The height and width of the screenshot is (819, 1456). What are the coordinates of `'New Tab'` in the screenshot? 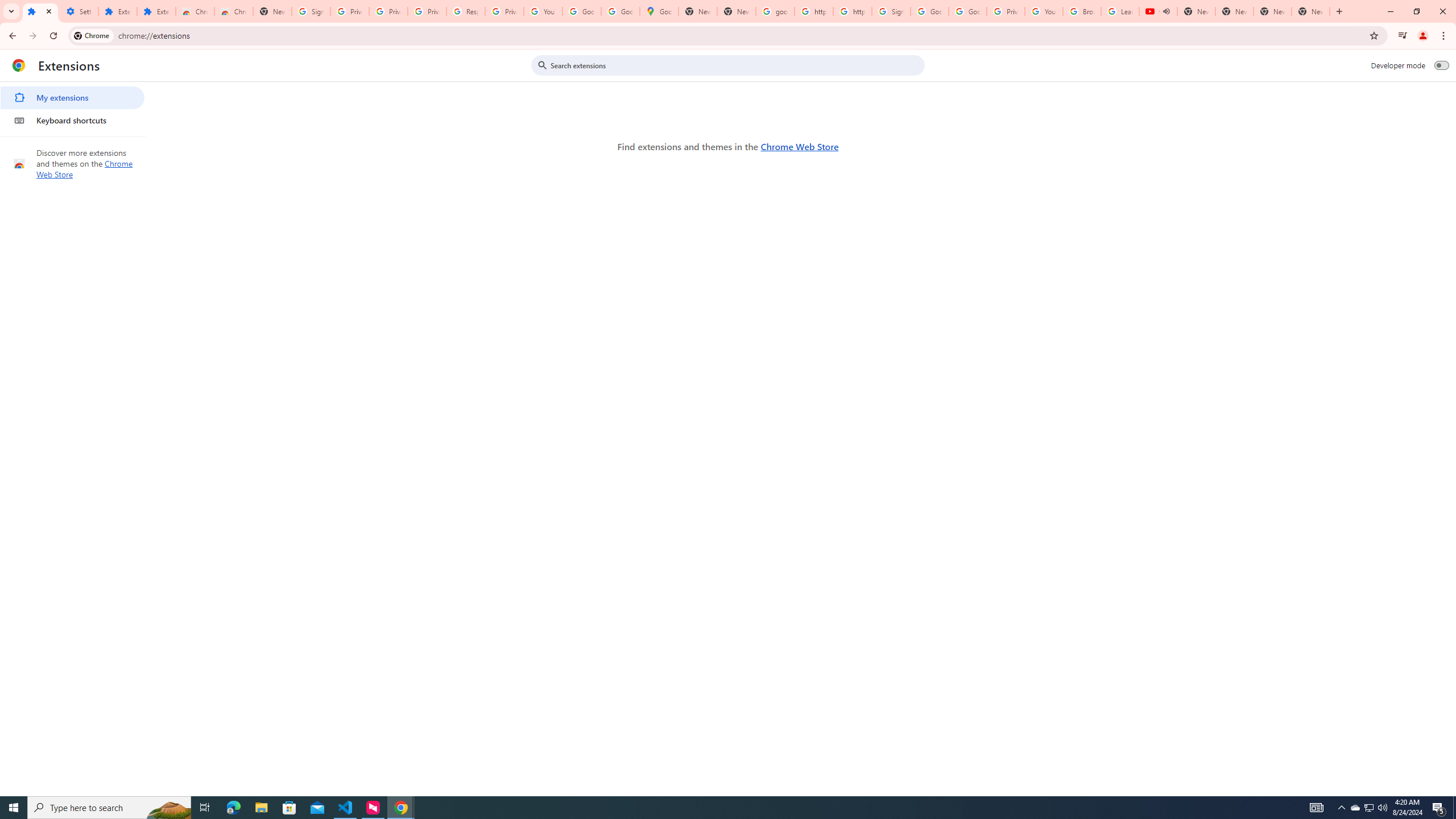 It's located at (1310, 11).